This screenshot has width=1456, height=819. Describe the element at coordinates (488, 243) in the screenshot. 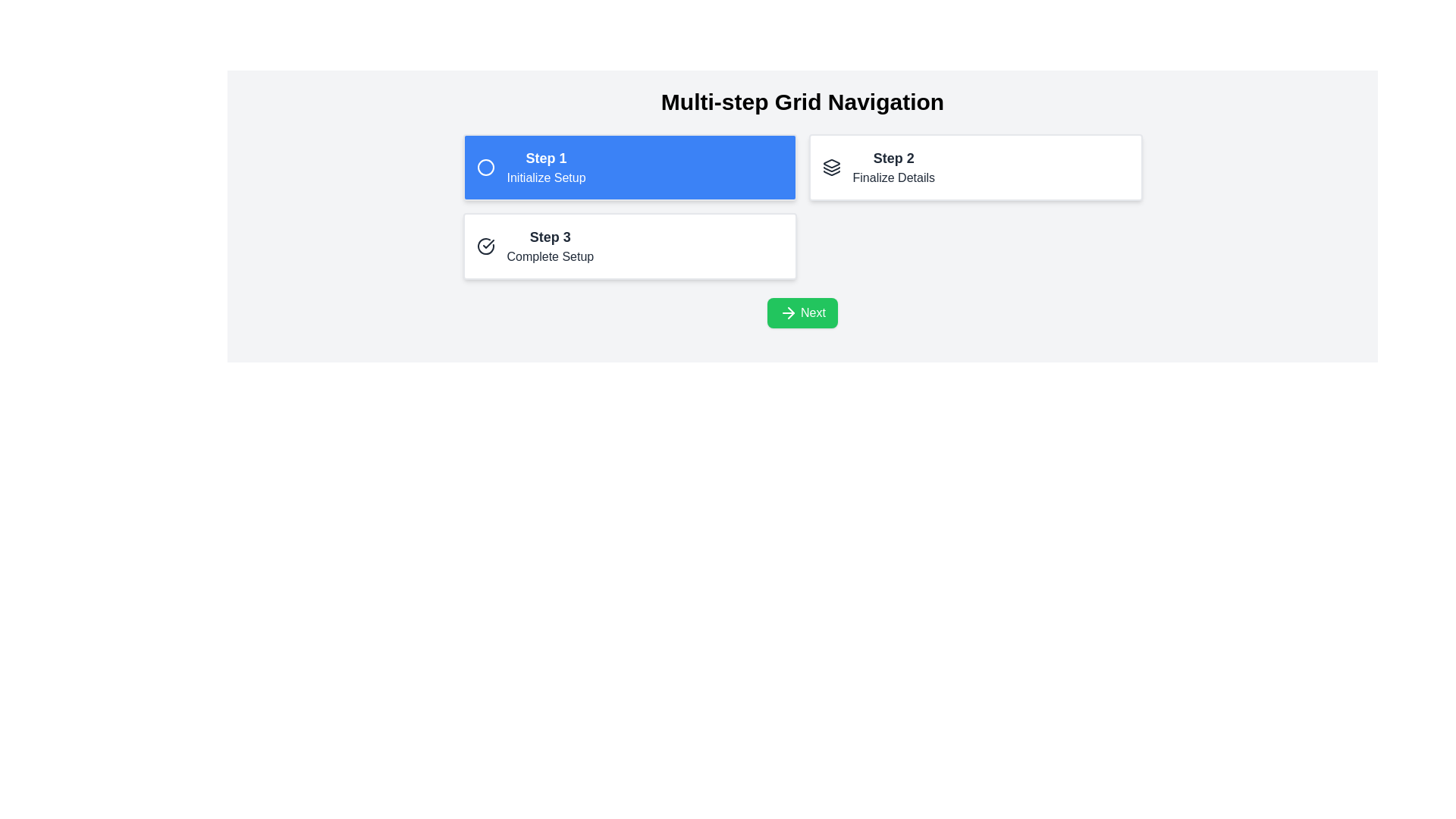

I see `the checkmark-shaped graphical vector within the circular icon located to the left of the text 'Step 3 Complete Setup' in the third section of the multi-step navigation interface` at that location.